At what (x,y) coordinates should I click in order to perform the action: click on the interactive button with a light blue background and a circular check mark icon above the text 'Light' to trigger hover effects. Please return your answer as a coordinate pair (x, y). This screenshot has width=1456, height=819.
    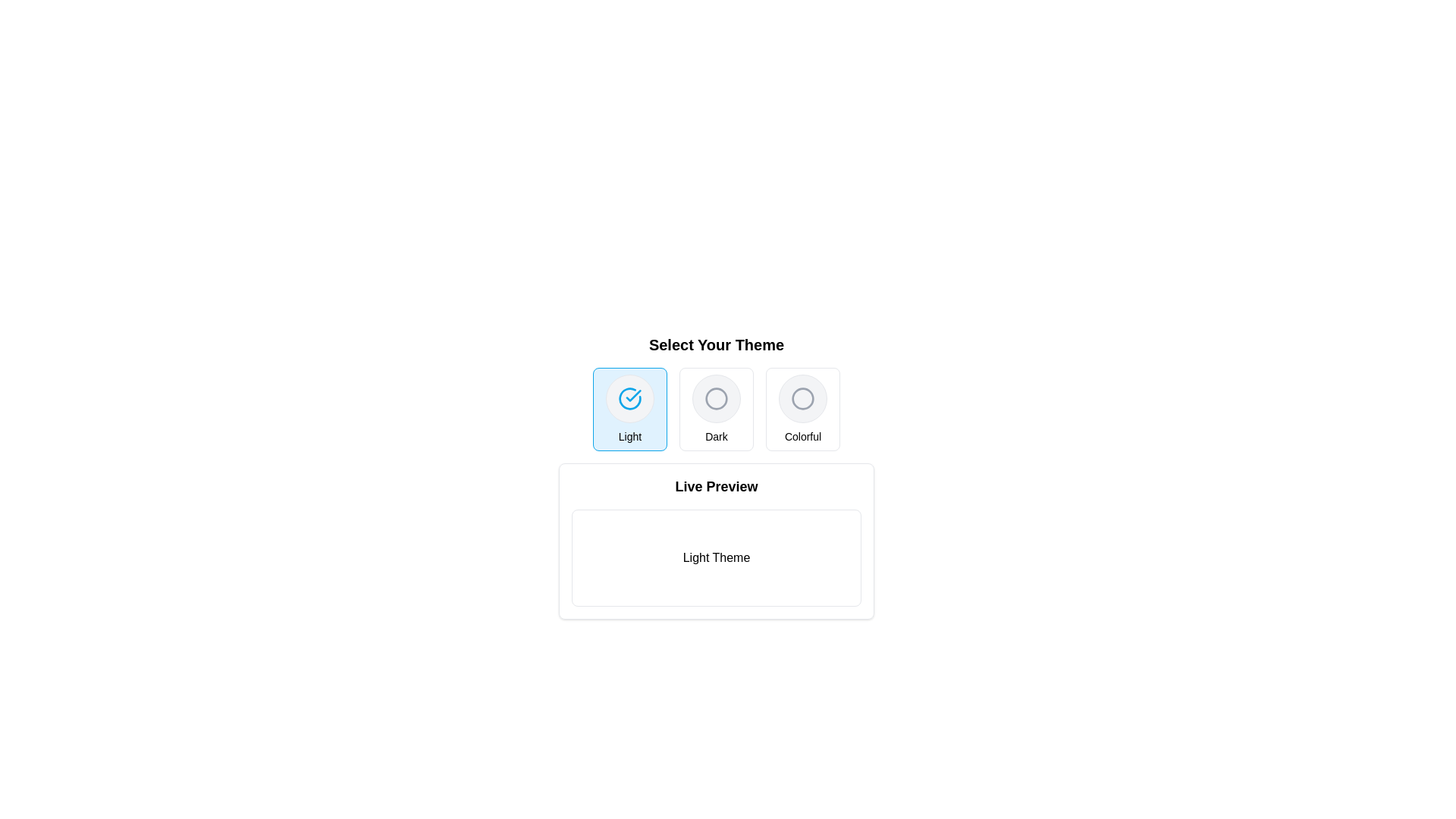
    Looking at the image, I should click on (629, 409).